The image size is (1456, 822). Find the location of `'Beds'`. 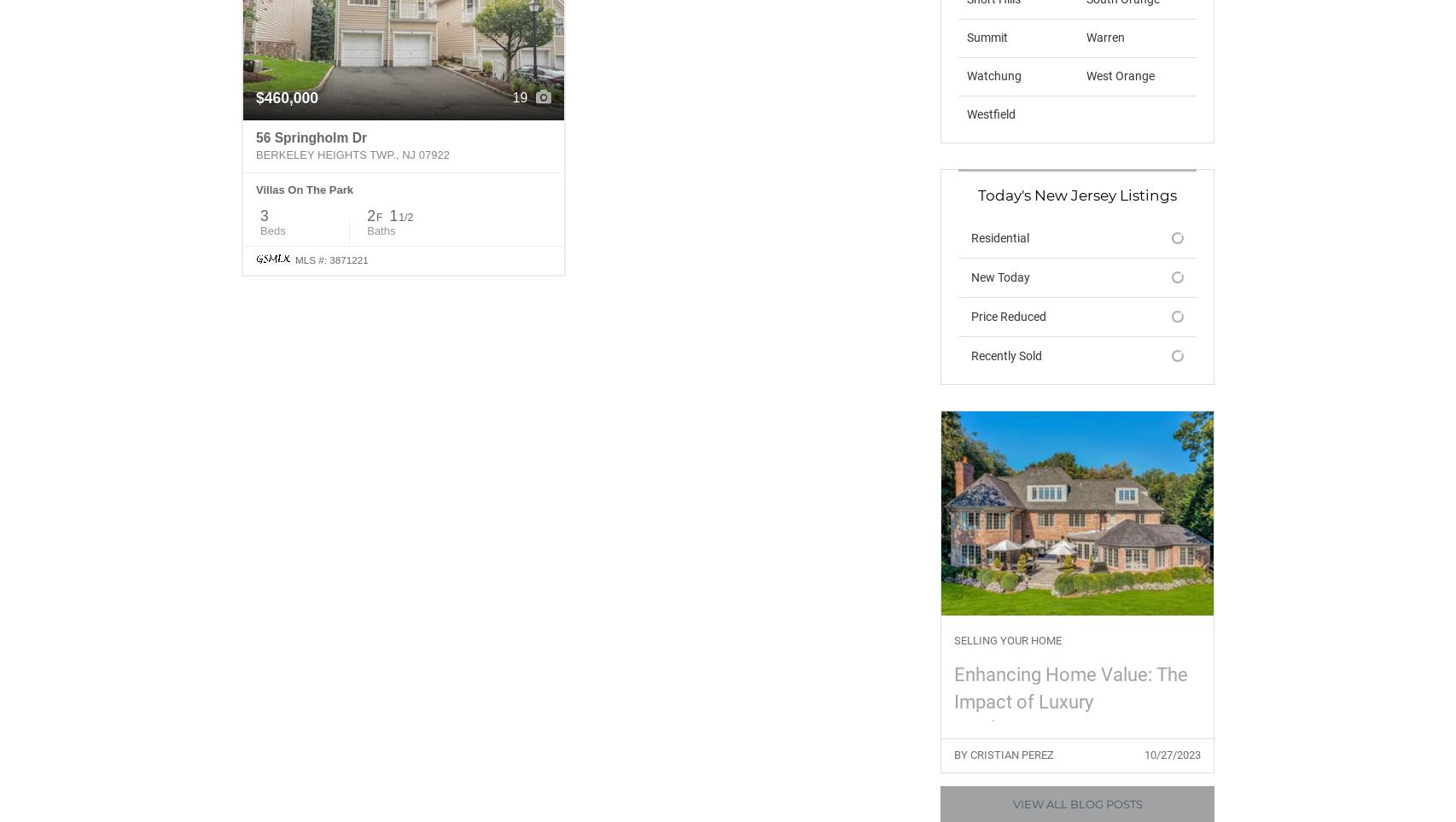

'Beds' is located at coordinates (260, 229).